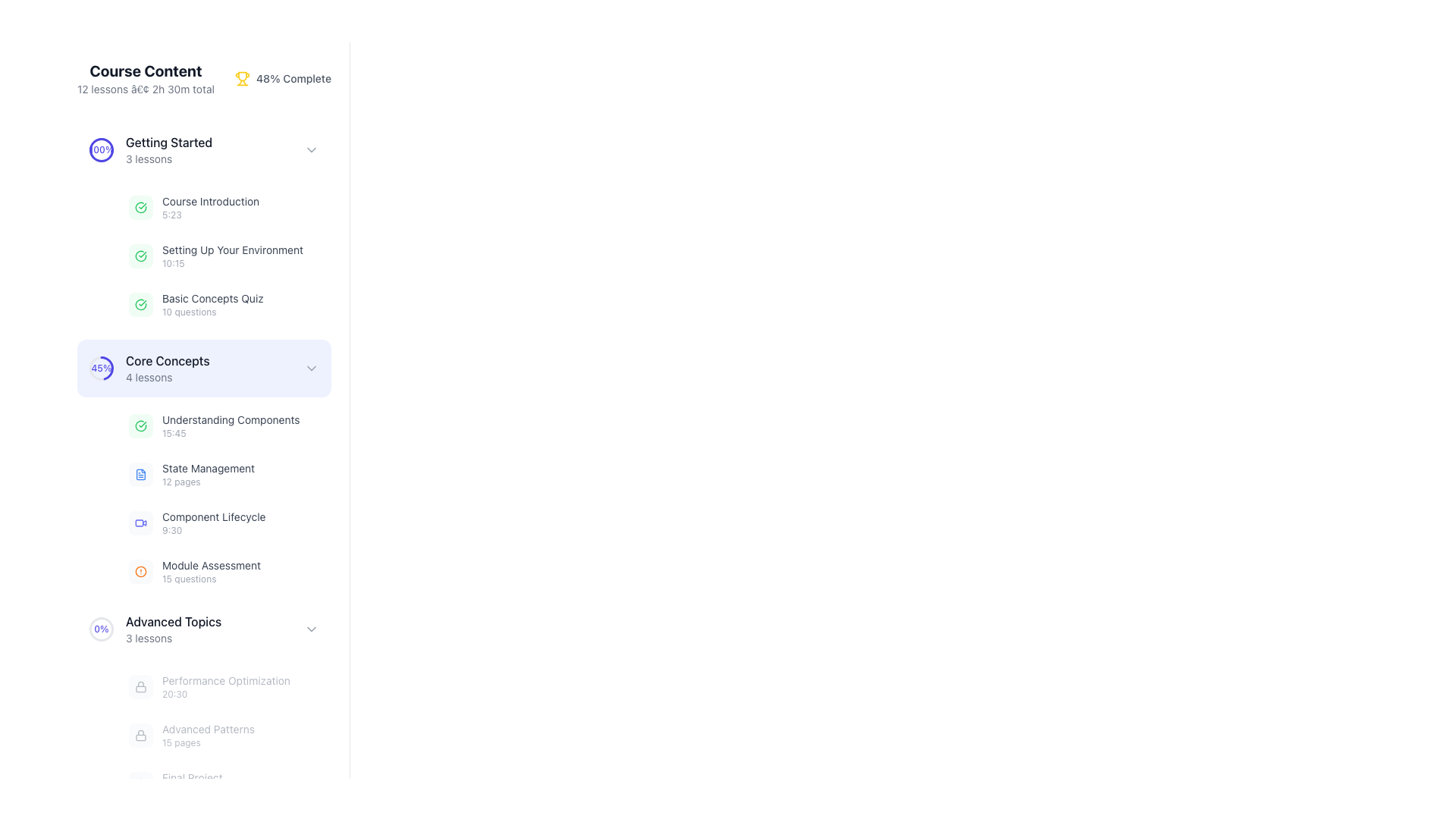  I want to click on the text label reading 'State Management', which is the second main item in the 'Core Concepts' section of the course content, positioned above '12 pages', so click(207, 467).